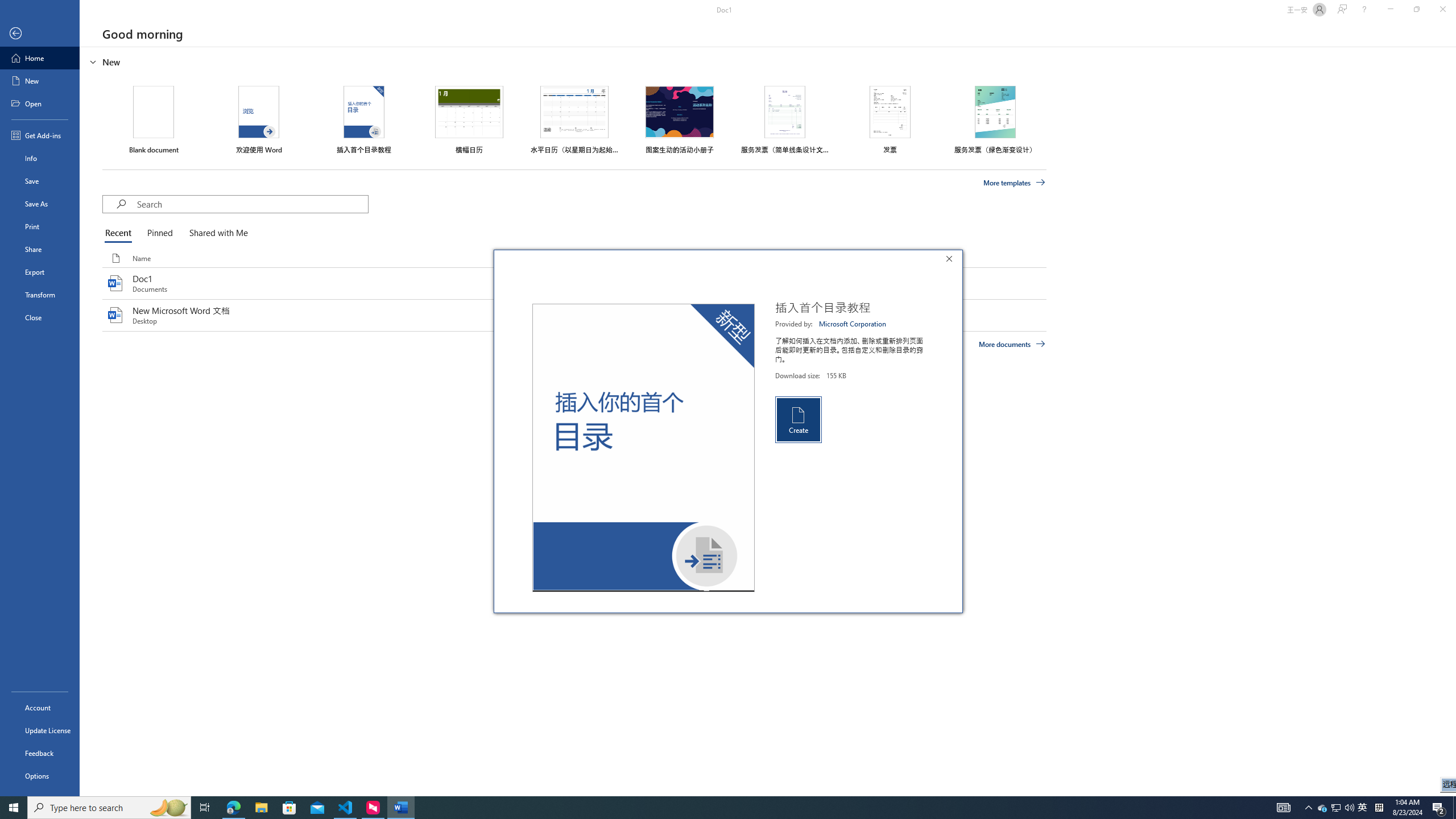 This screenshot has width=1456, height=819. I want to click on 'Show desktop', so click(1454, 806).